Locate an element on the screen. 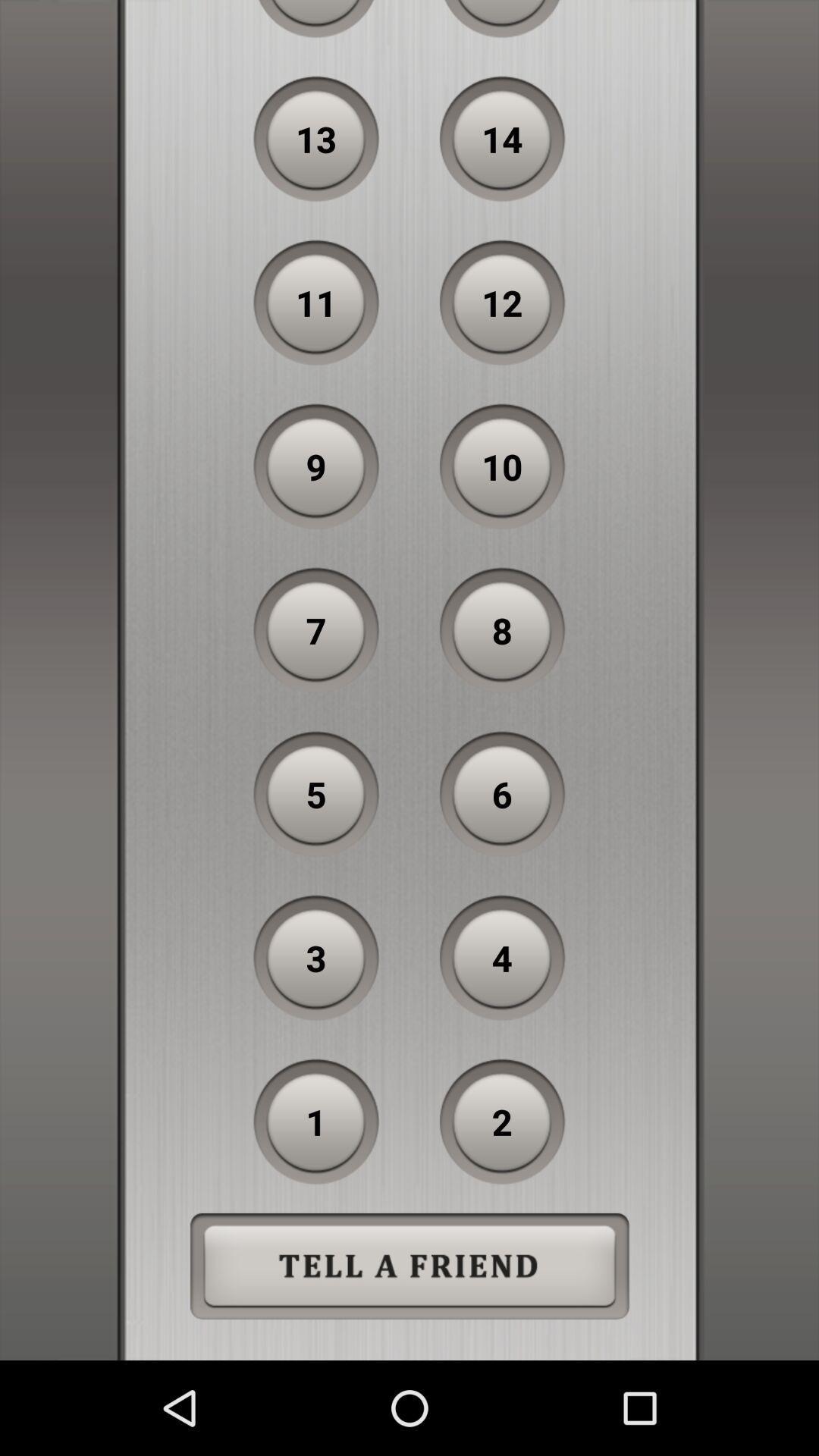 The image size is (819, 1456). 3 is located at coordinates (315, 957).